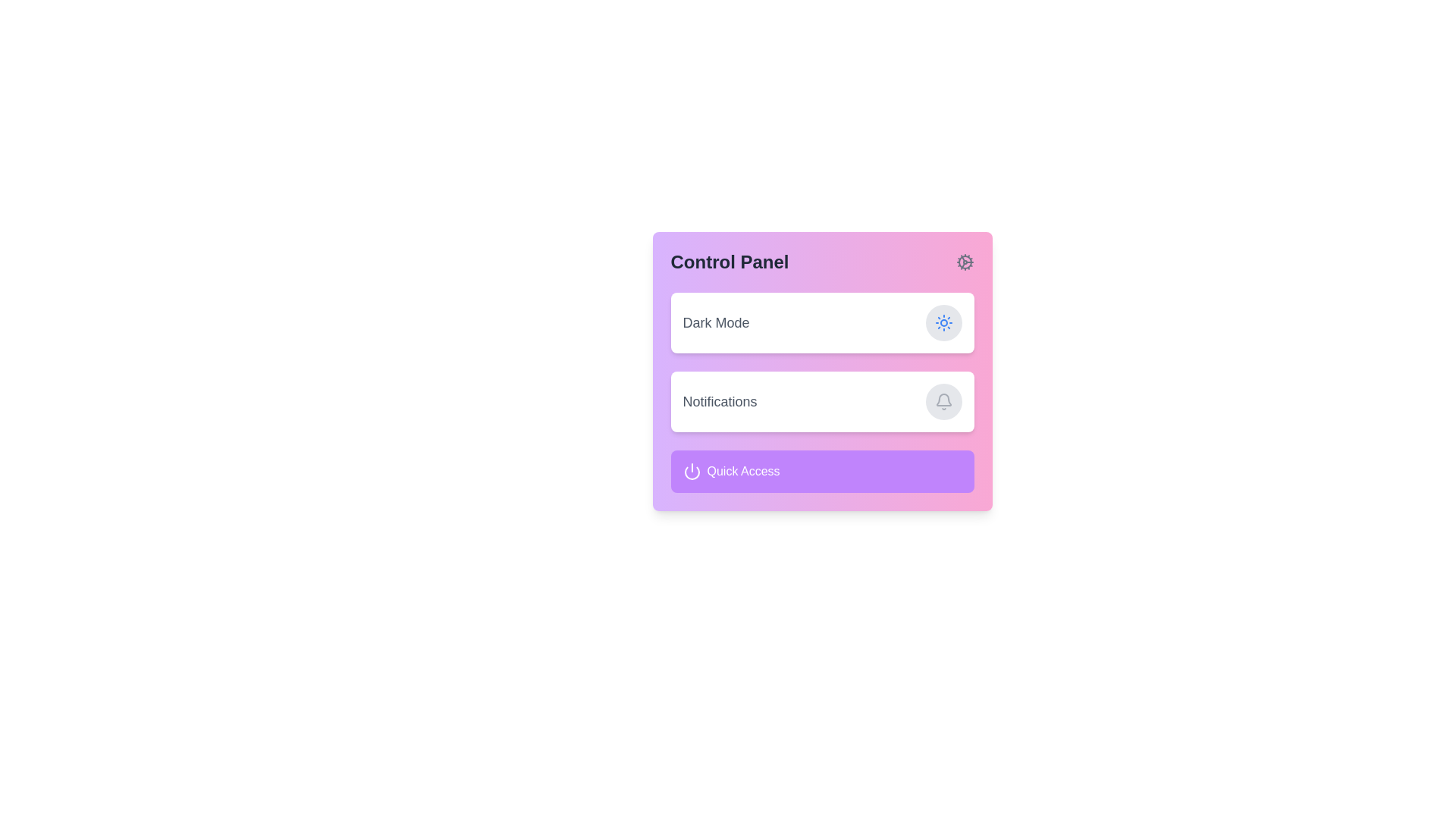  Describe the element at coordinates (964, 262) in the screenshot. I see `the filled circular decorative component of the cogwheel icon located in the top-right corner of the Control Panel card` at that location.